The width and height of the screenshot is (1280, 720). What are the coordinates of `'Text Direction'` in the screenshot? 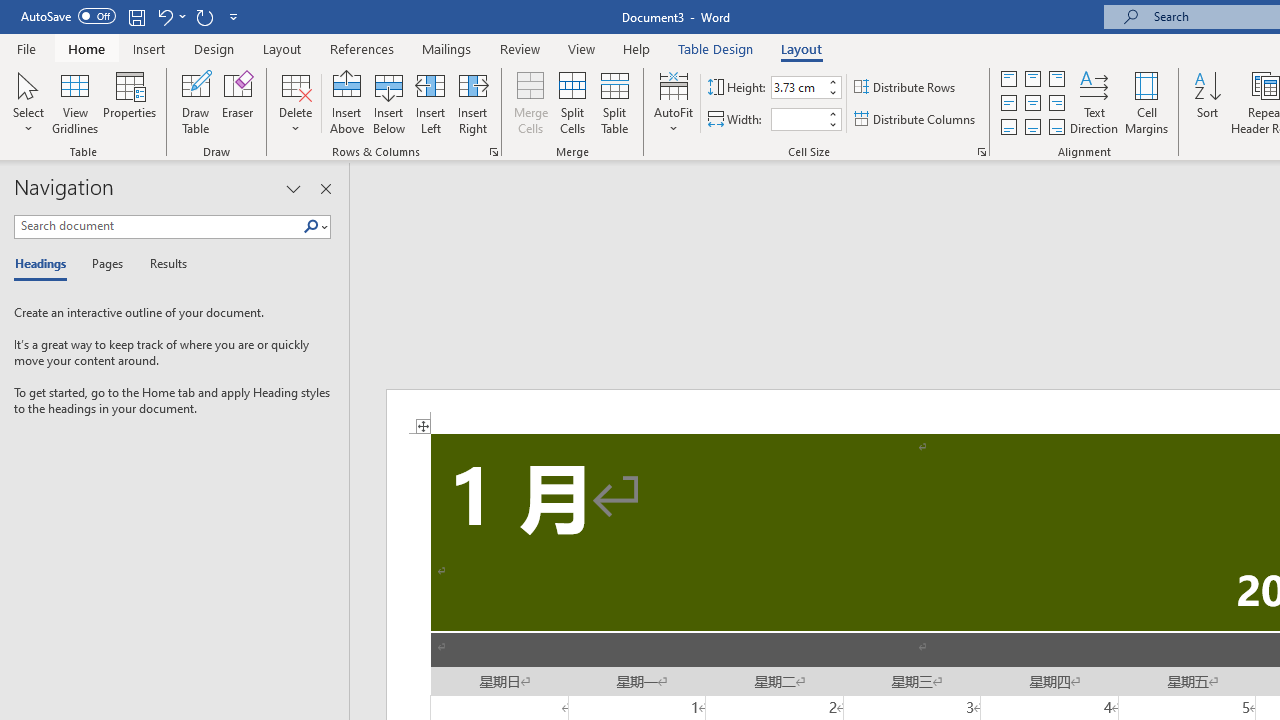 It's located at (1093, 103).